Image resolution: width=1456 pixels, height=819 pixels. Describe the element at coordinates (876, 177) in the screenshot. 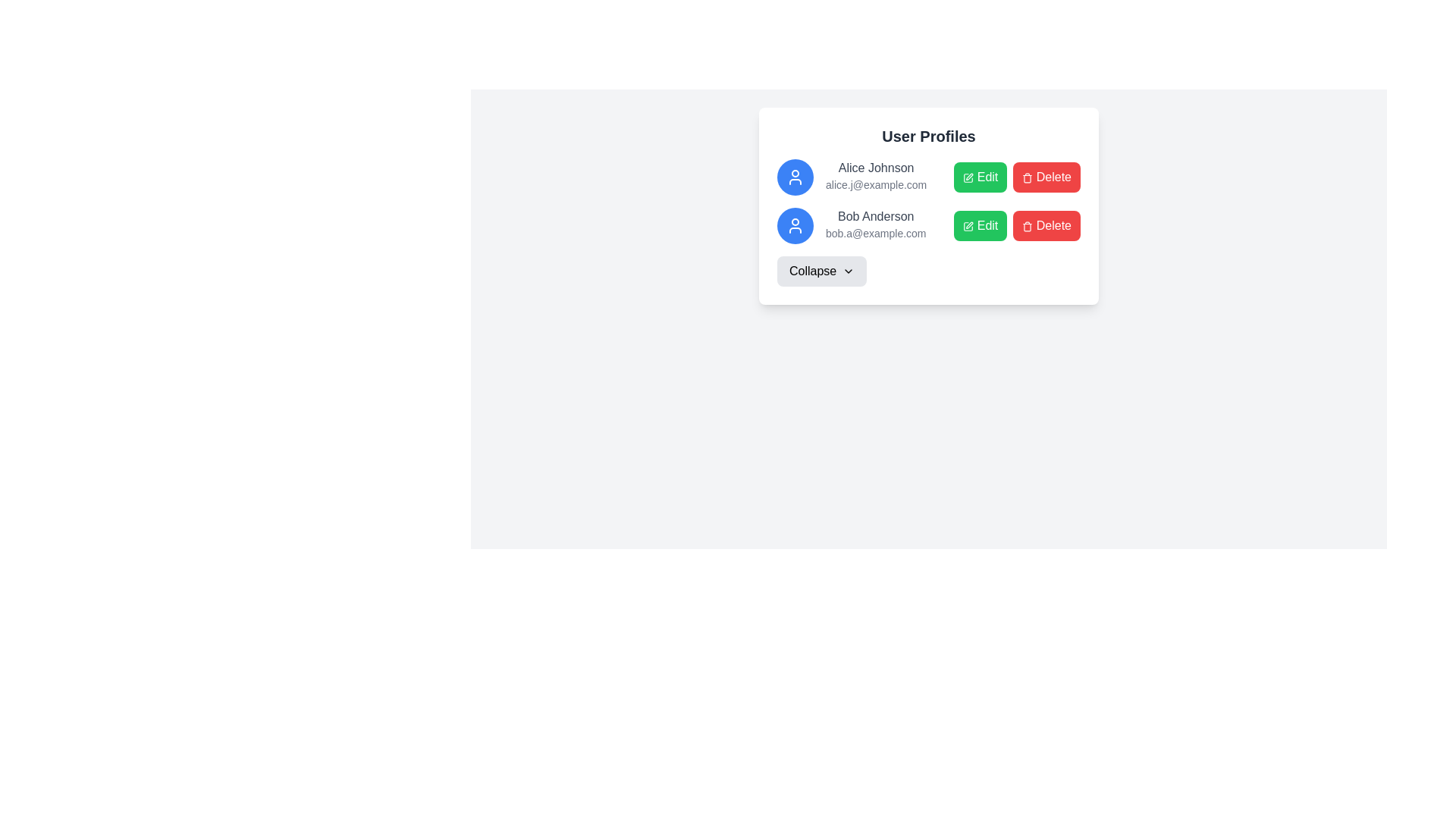

I see `the user profile text block containing 'Alice Johnson' and 'alice.j@example.com'` at that location.